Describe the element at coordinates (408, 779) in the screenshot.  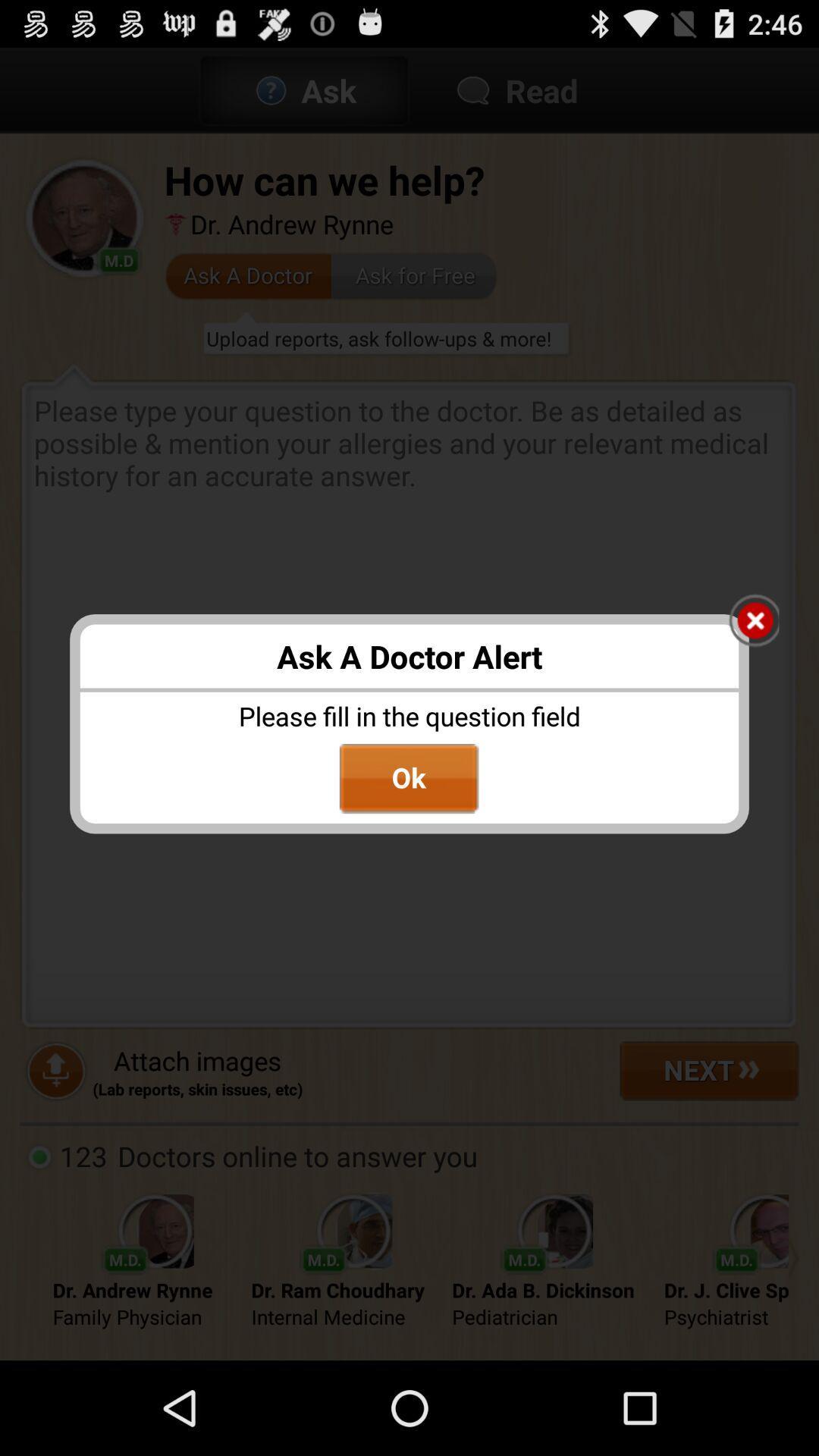
I see `ok item` at that location.